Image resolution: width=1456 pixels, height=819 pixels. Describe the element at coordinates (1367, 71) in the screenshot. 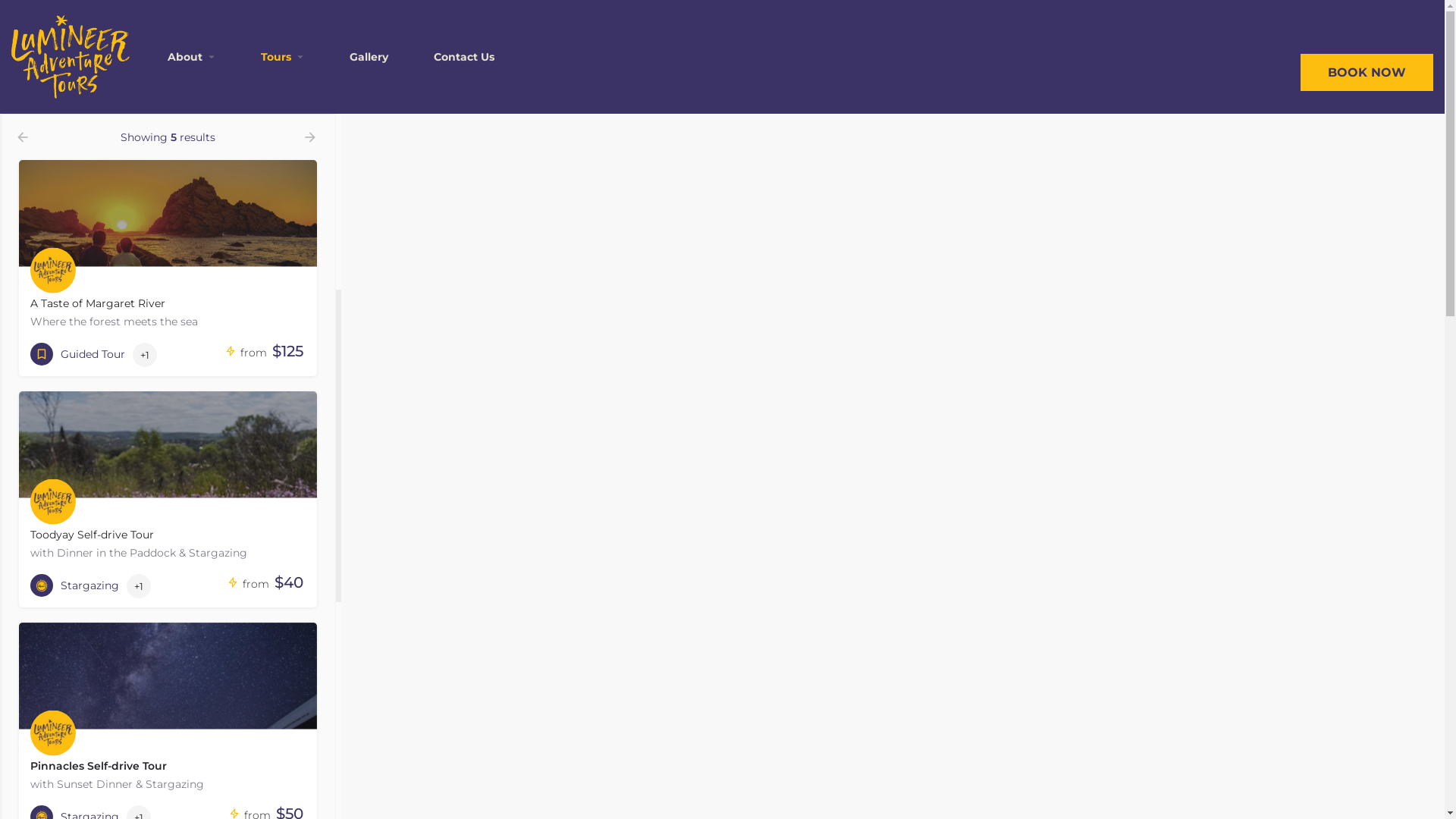

I see `'BOOK NOW'` at that location.